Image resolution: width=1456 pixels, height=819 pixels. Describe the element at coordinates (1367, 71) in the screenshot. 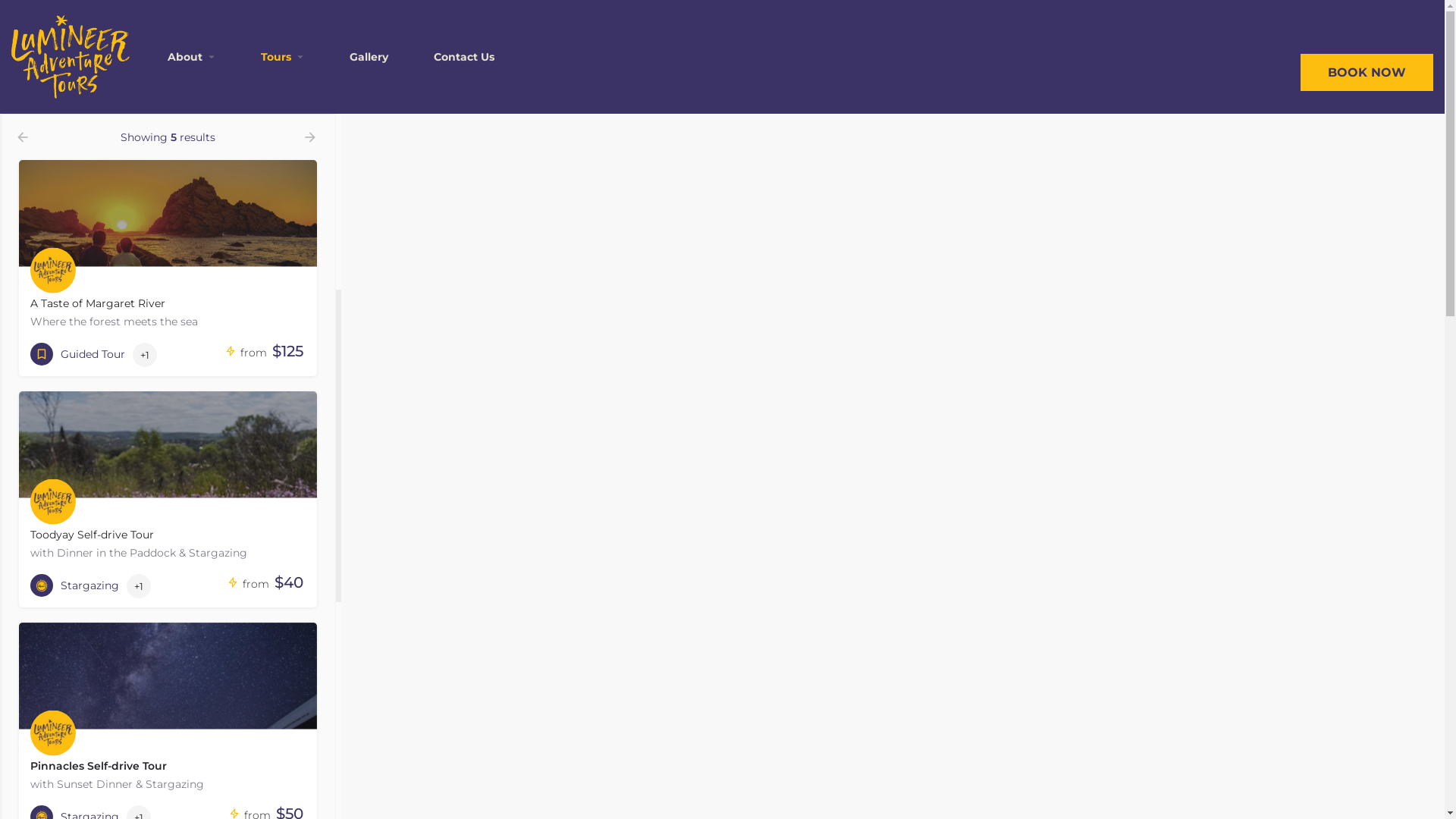

I see `'BOOK NOW'` at that location.